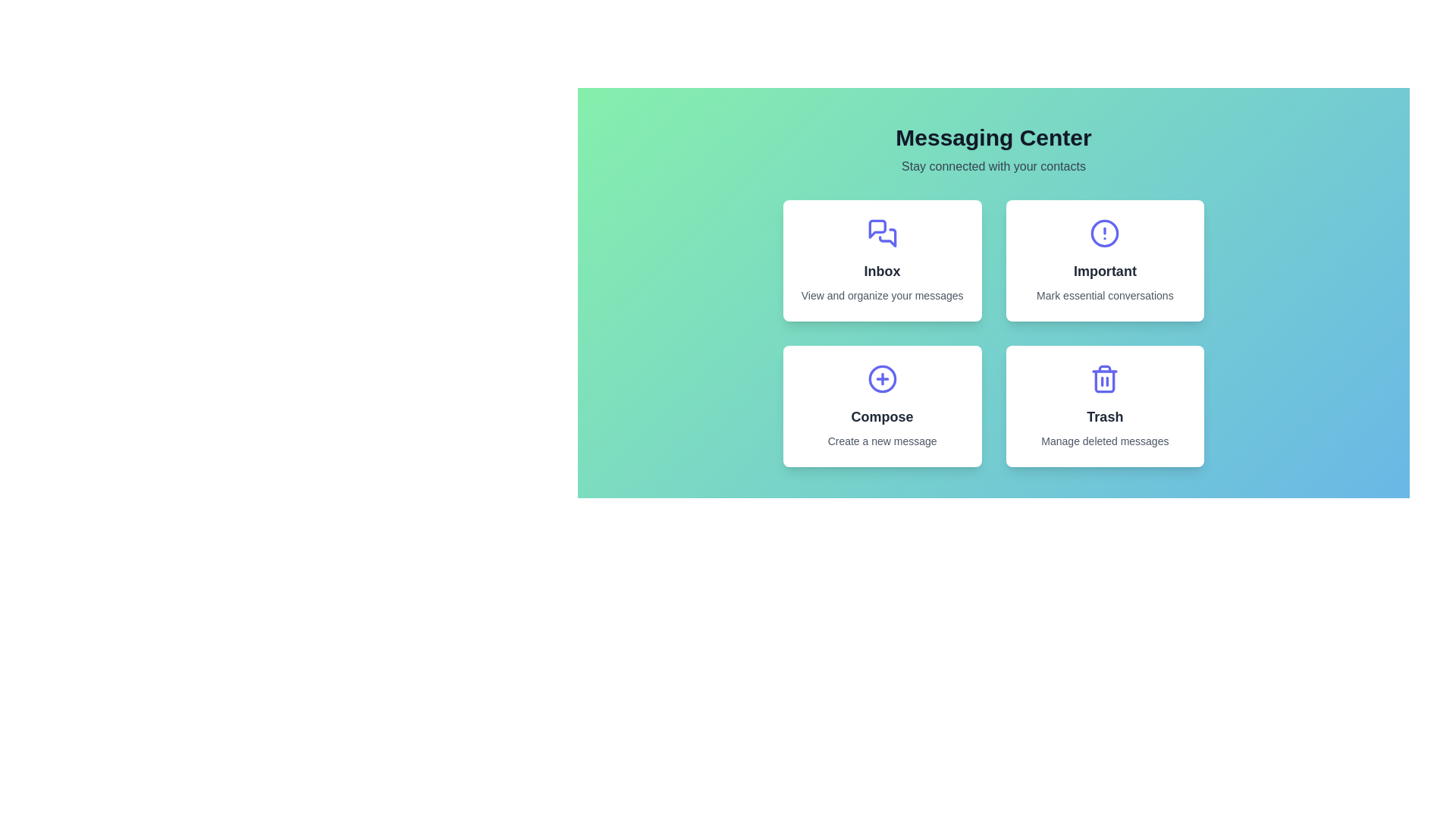 The image size is (1456, 819). I want to click on text label that says 'Compose', which is styled with a bold sans-serif font and is dark gray against a white background, located in the second row, first column card labeled 'Compose Create a new message', so click(882, 417).